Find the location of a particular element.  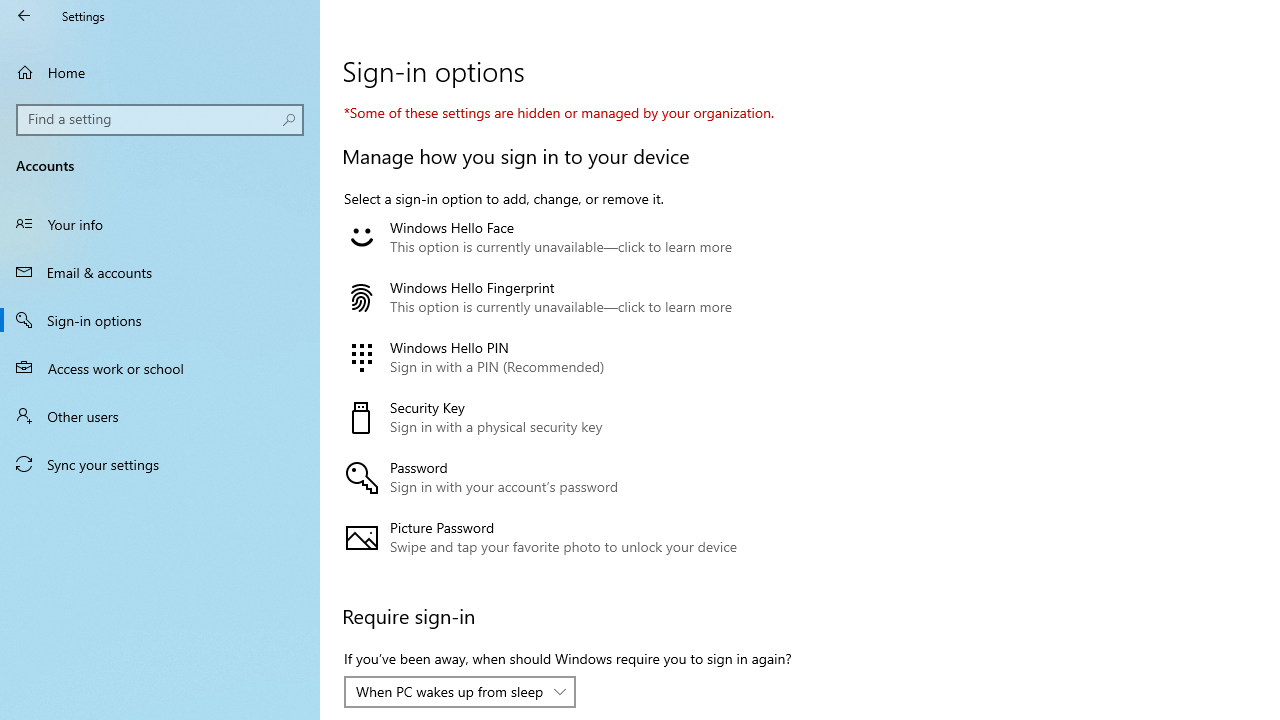

'Home' is located at coordinates (160, 71).